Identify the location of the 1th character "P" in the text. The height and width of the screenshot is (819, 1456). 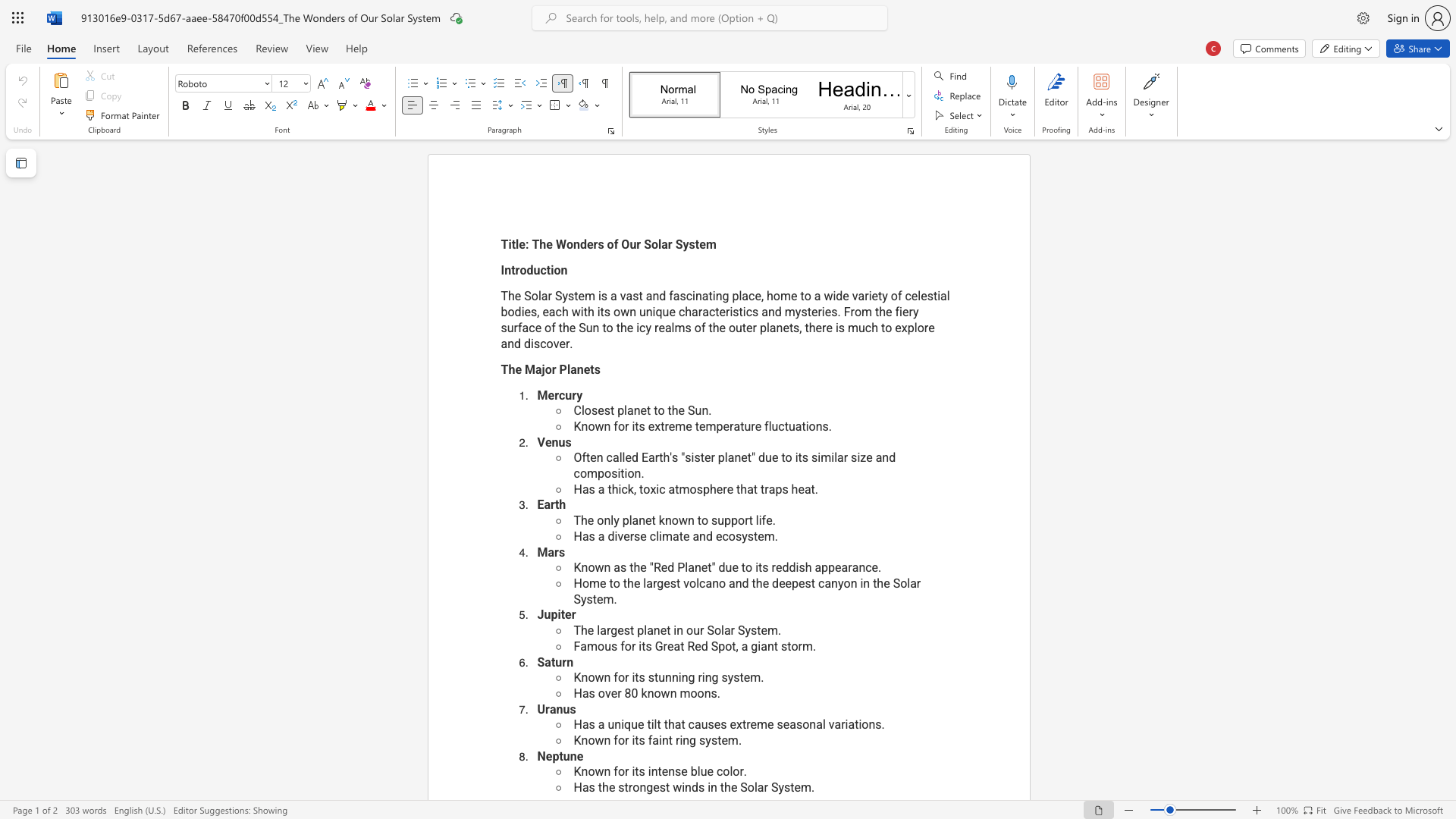
(562, 369).